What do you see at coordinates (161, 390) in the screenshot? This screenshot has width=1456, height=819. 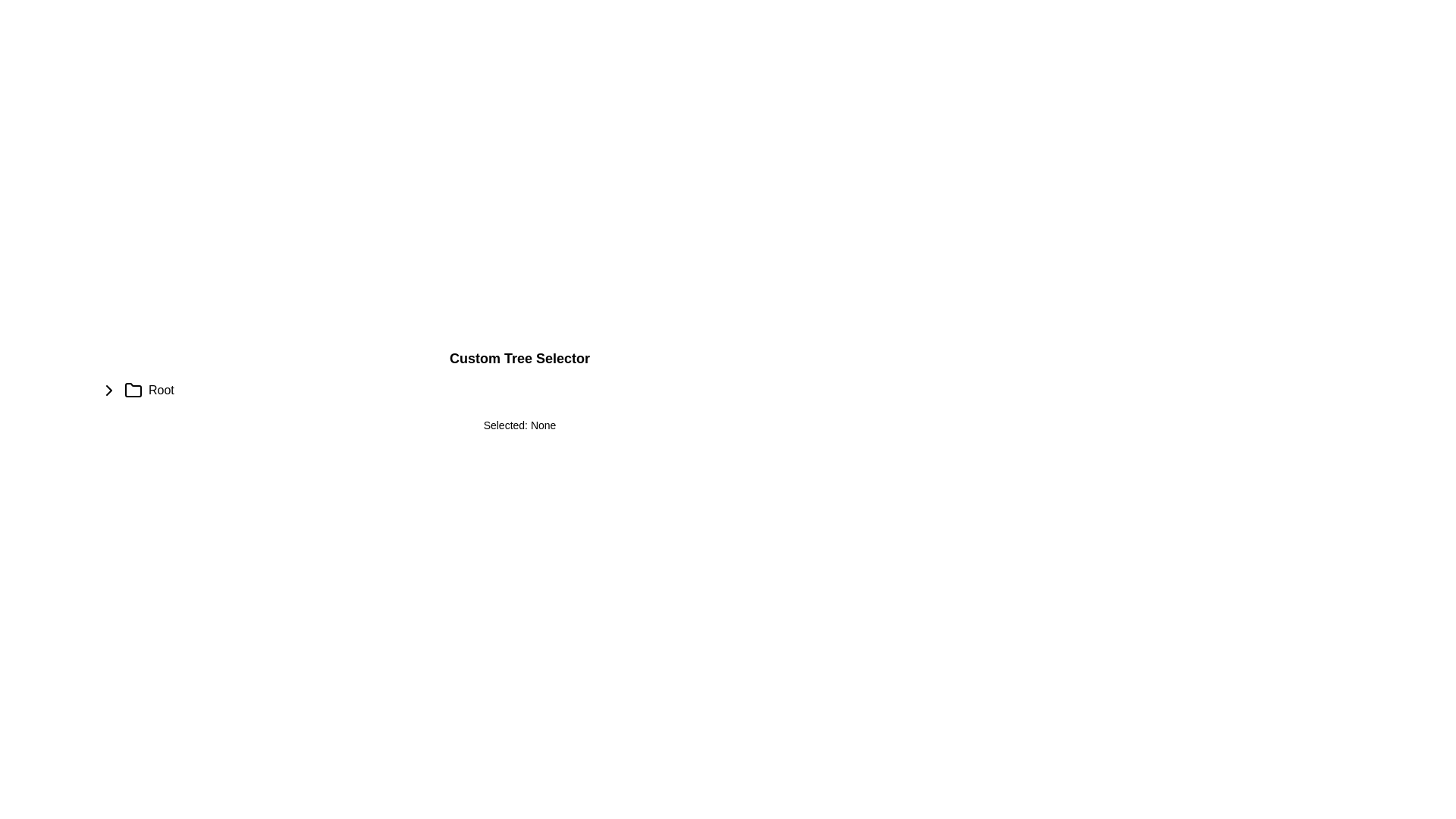 I see `the text label that indicates the name or designation of the associated folder or section, located immediately to the right of a folder icon` at bounding box center [161, 390].